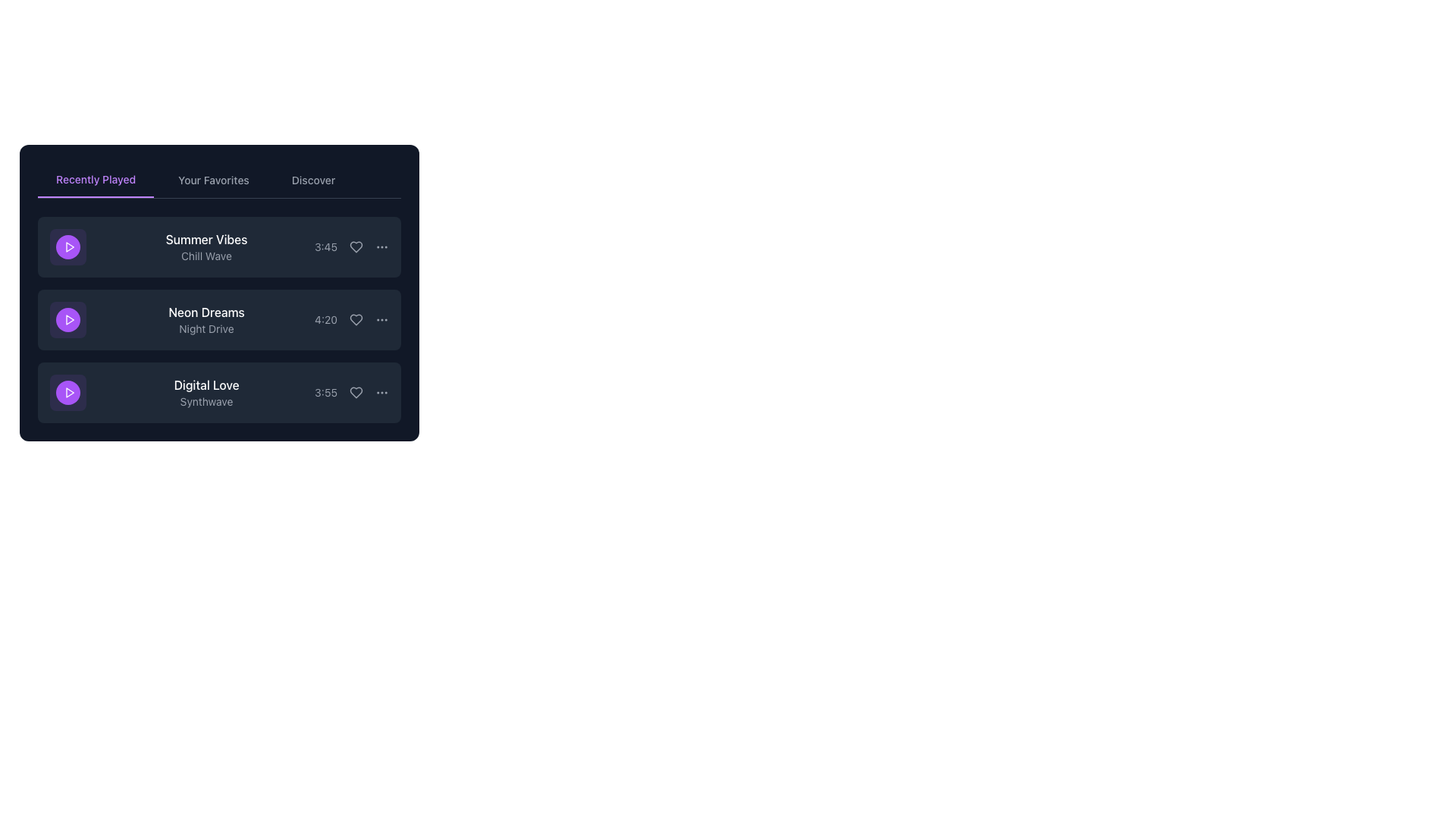  What do you see at coordinates (206, 384) in the screenshot?
I see `the text label displaying the title of a particular music track, located above the 'Synthwave' label in the 'Recently Played' section` at bounding box center [206, 384].